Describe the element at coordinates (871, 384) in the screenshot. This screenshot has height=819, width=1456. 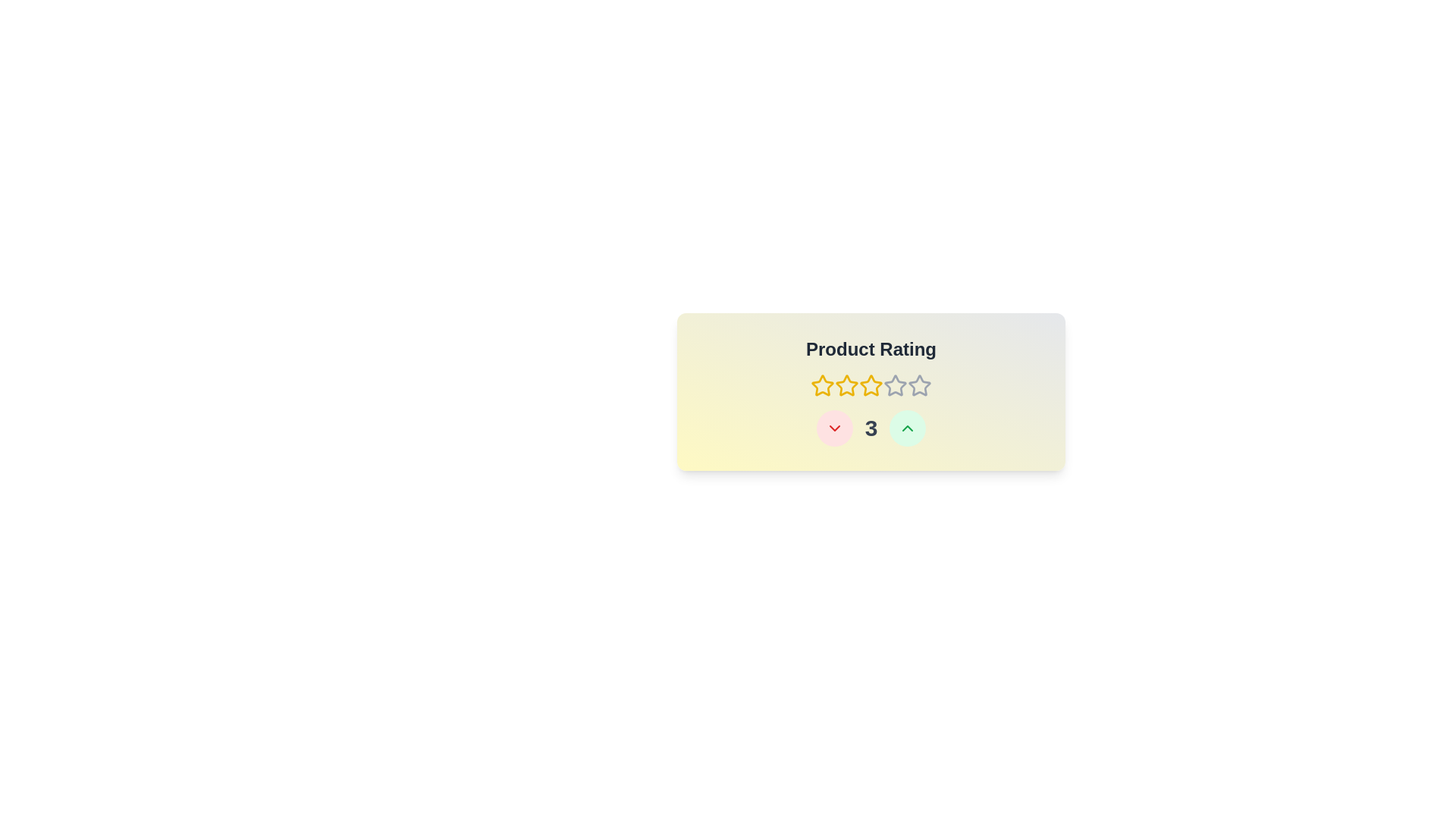
I see `the hollow star icon with a yellow outline, which is the second star in a row of five stars in the Product Rating component` at that location.